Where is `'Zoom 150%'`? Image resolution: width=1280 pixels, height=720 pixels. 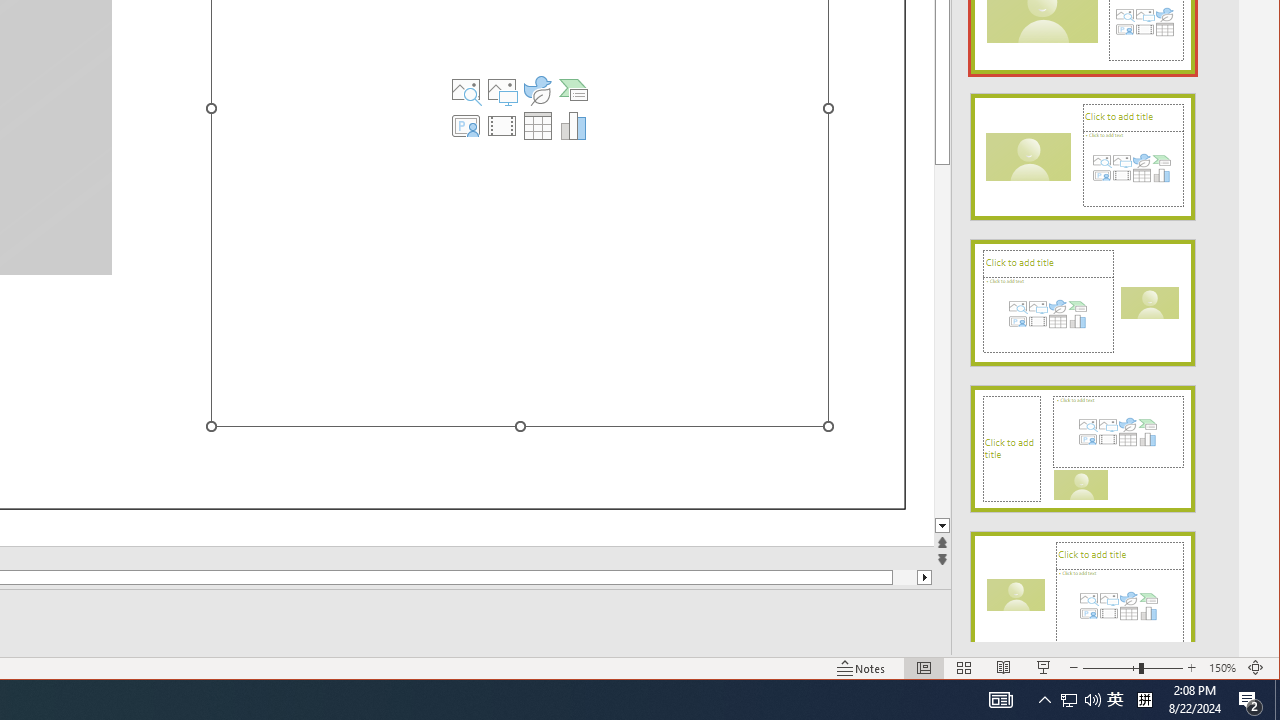 'Zoom 150%' is located at coordinates (1221, 668).